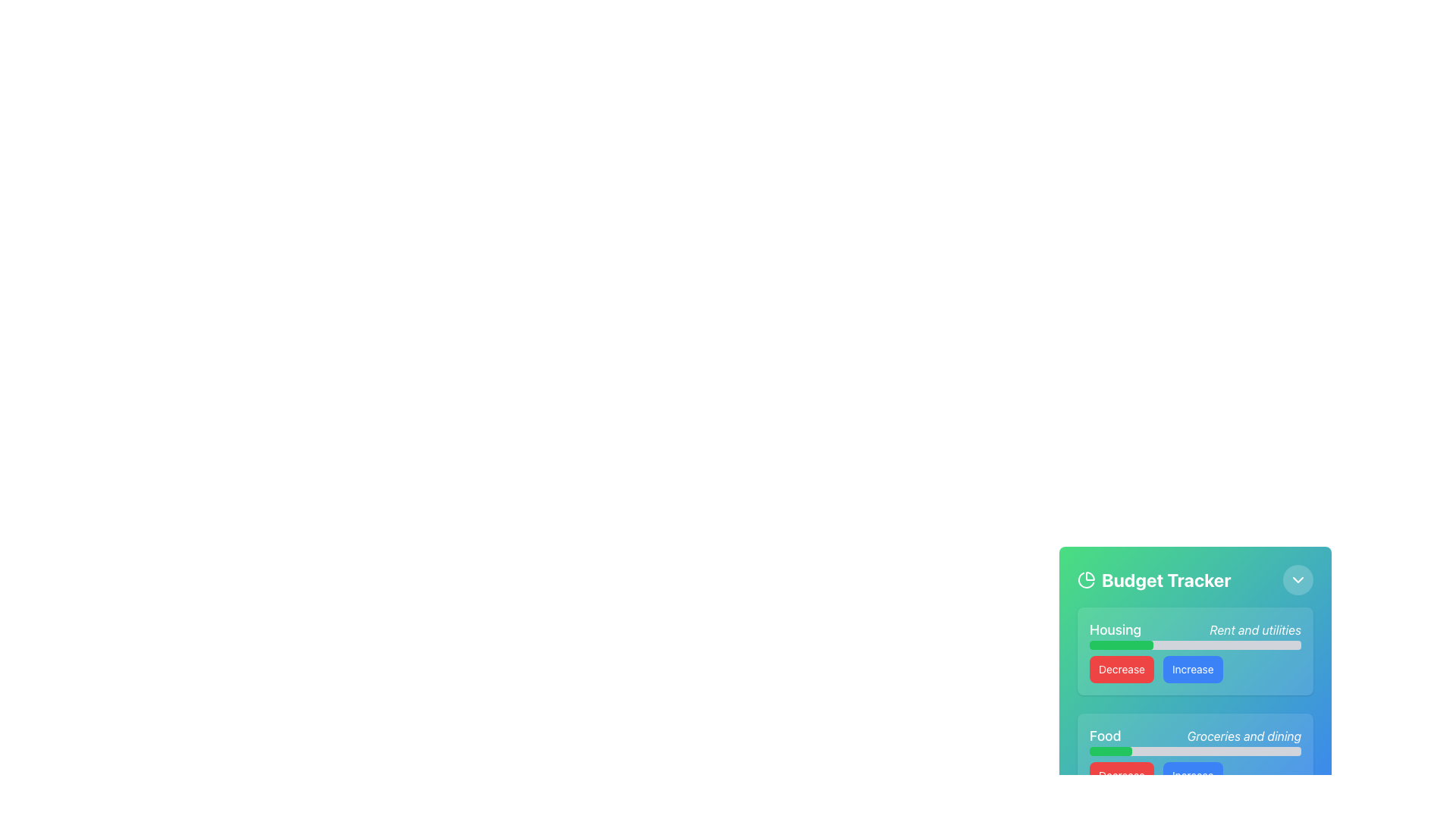 The image size is (1456, 819). Describe the element at coordinates (1244, 736) in the screenshot. I see `the Italicized Text Label that provides supporting information for the category 'Food', located to the right of the 'Food' text element` at that location.